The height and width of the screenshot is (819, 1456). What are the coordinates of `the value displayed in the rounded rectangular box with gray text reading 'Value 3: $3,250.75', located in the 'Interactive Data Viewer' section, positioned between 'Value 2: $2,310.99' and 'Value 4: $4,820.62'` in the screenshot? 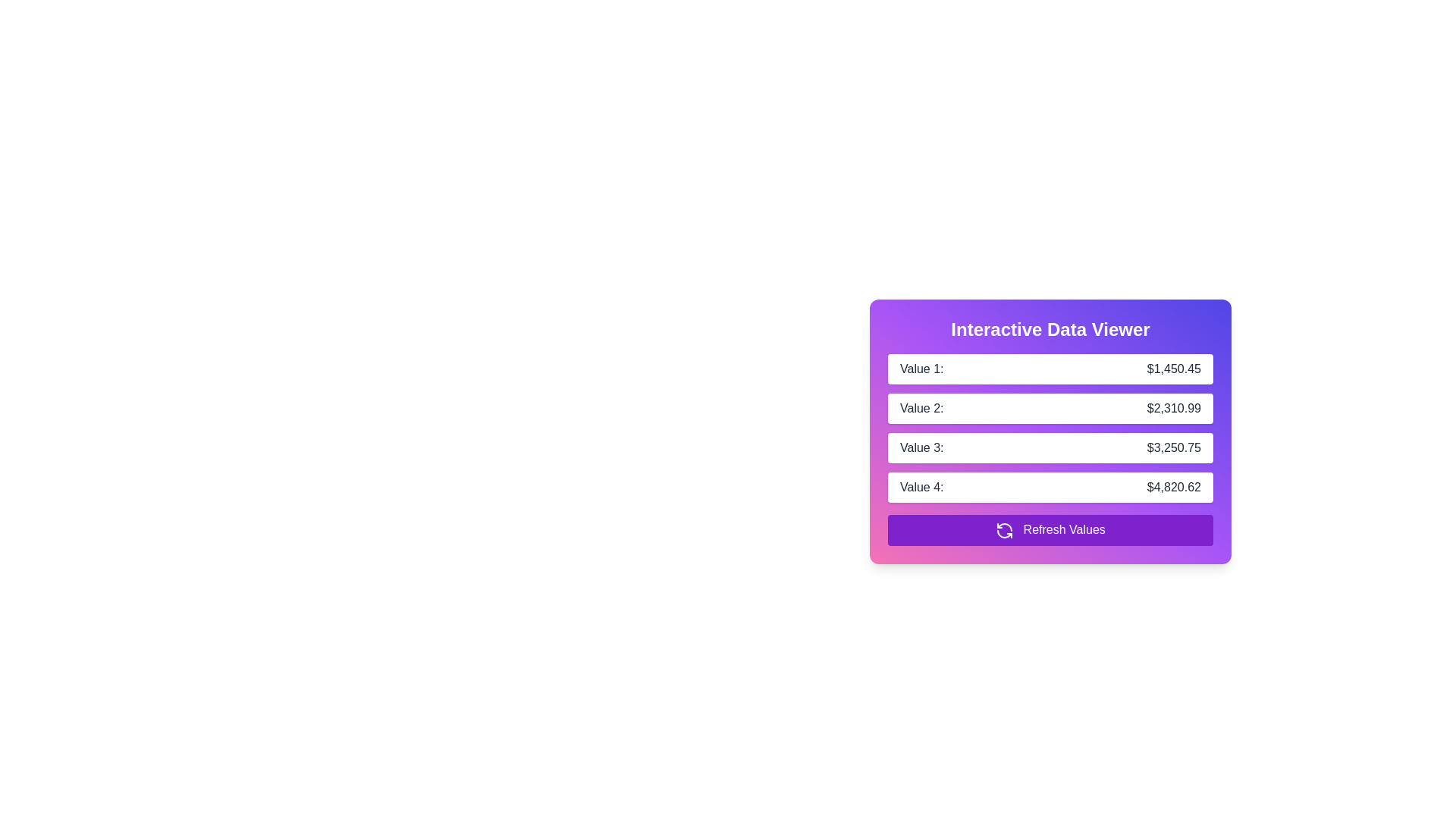 It's located at (1050, 447).